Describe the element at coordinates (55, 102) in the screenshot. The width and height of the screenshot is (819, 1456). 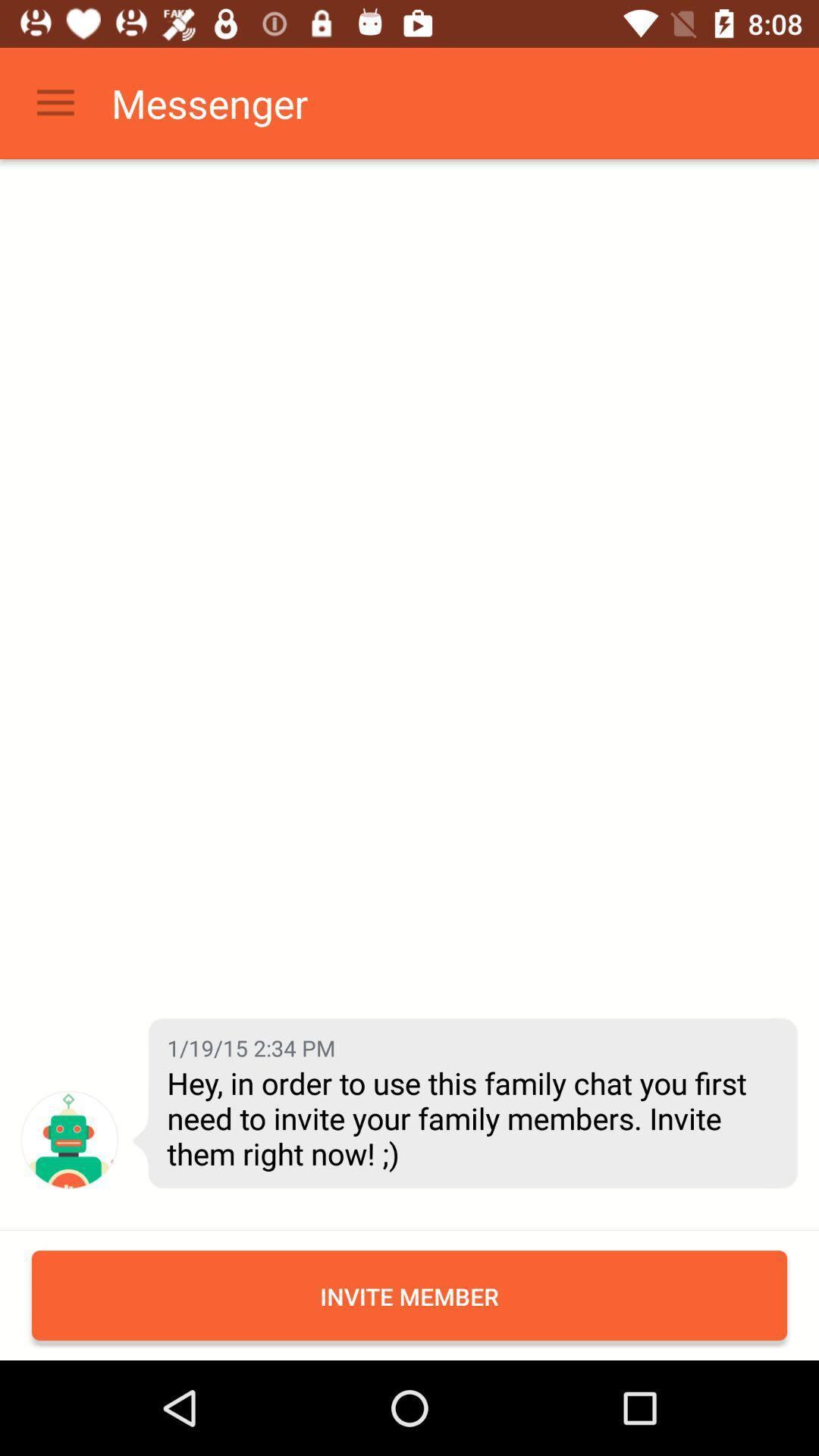
I see `the icon next to the messenger item` at that location.